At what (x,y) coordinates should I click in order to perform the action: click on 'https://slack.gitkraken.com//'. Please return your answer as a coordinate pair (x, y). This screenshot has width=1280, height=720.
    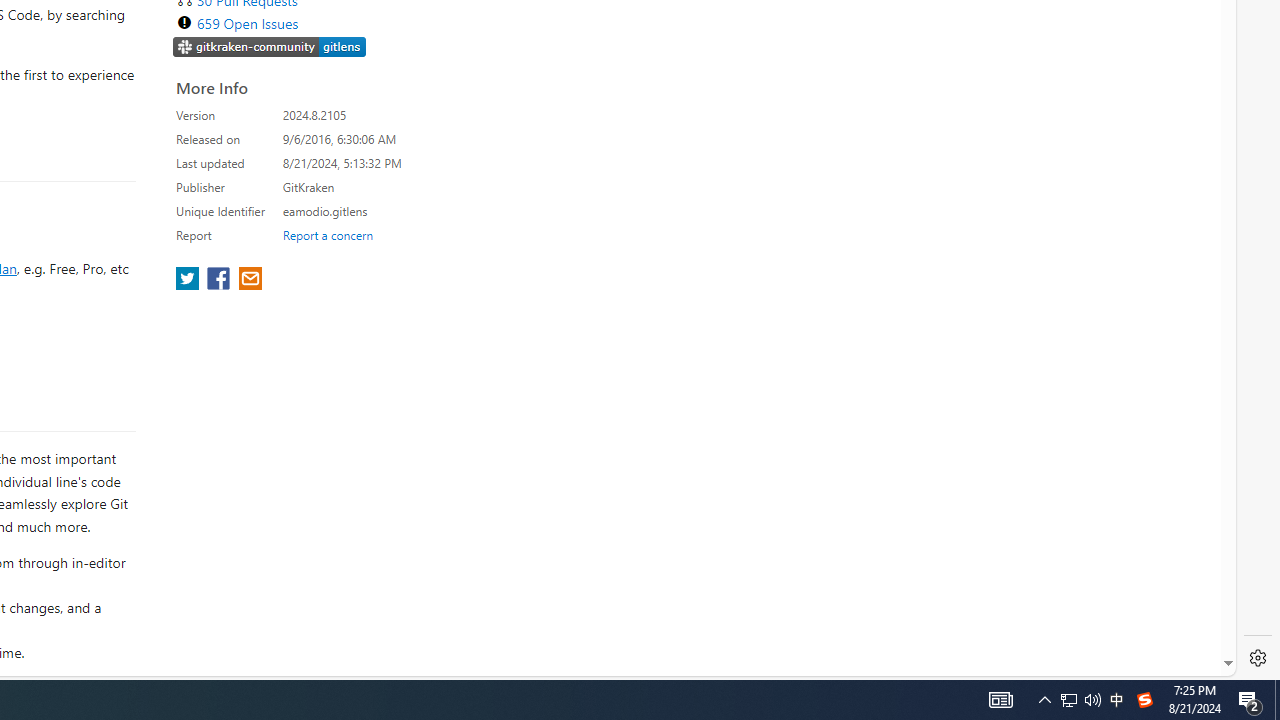
    Looking at the image, I should click on (269, 45).